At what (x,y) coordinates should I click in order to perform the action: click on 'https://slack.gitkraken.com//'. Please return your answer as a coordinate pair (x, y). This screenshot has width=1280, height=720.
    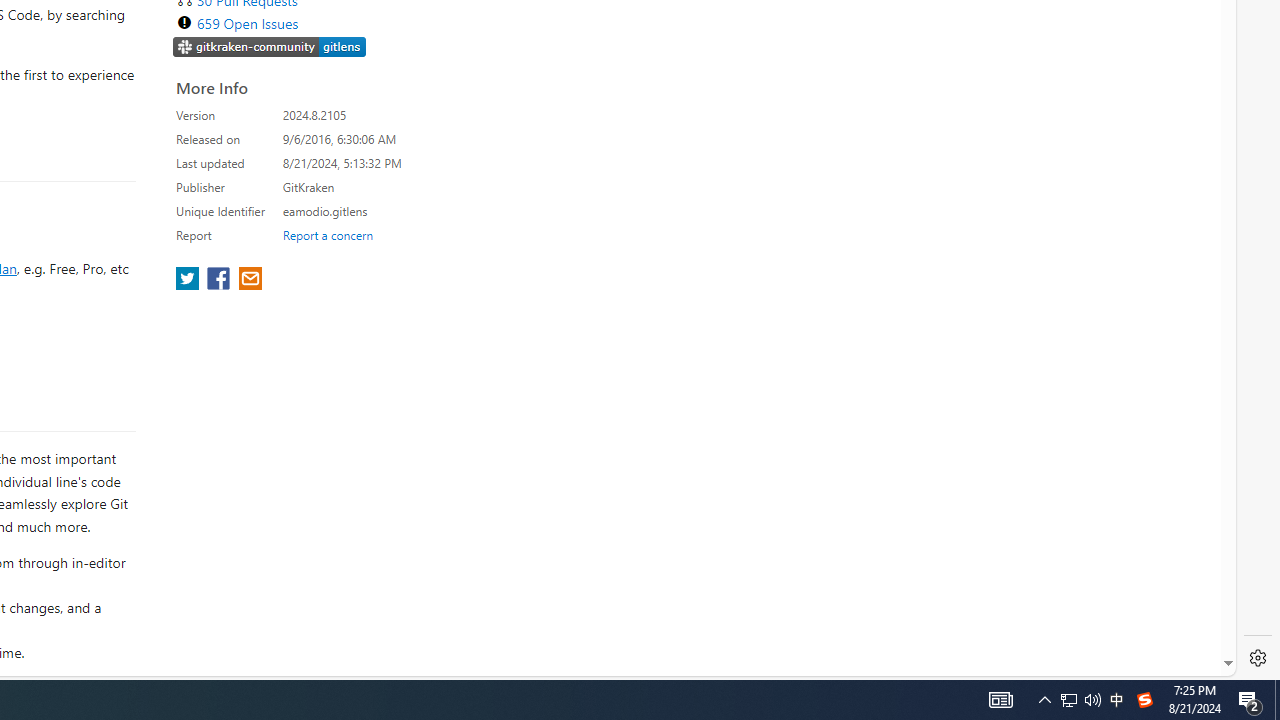
    Looking at the image, I should click on (269, 45).